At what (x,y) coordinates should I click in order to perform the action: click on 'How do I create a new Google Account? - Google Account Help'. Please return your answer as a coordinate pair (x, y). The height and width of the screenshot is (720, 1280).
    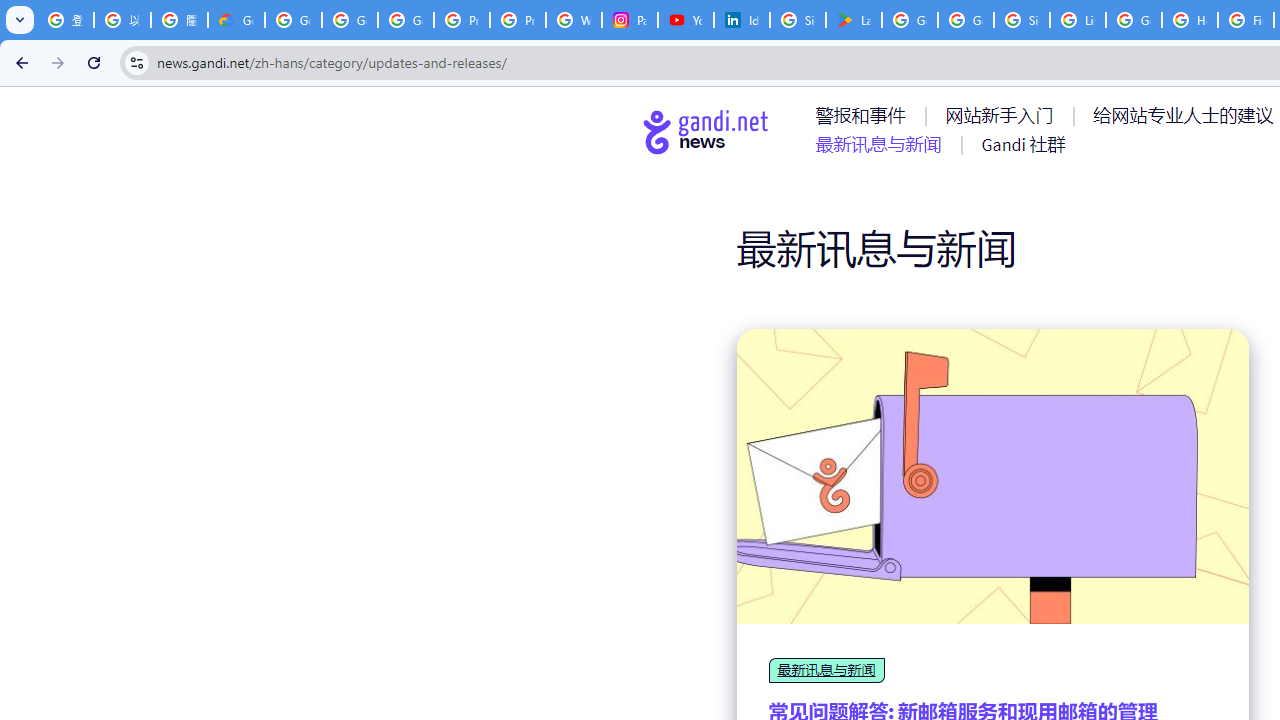
    Looking at the image, I should click on (1190, 20).